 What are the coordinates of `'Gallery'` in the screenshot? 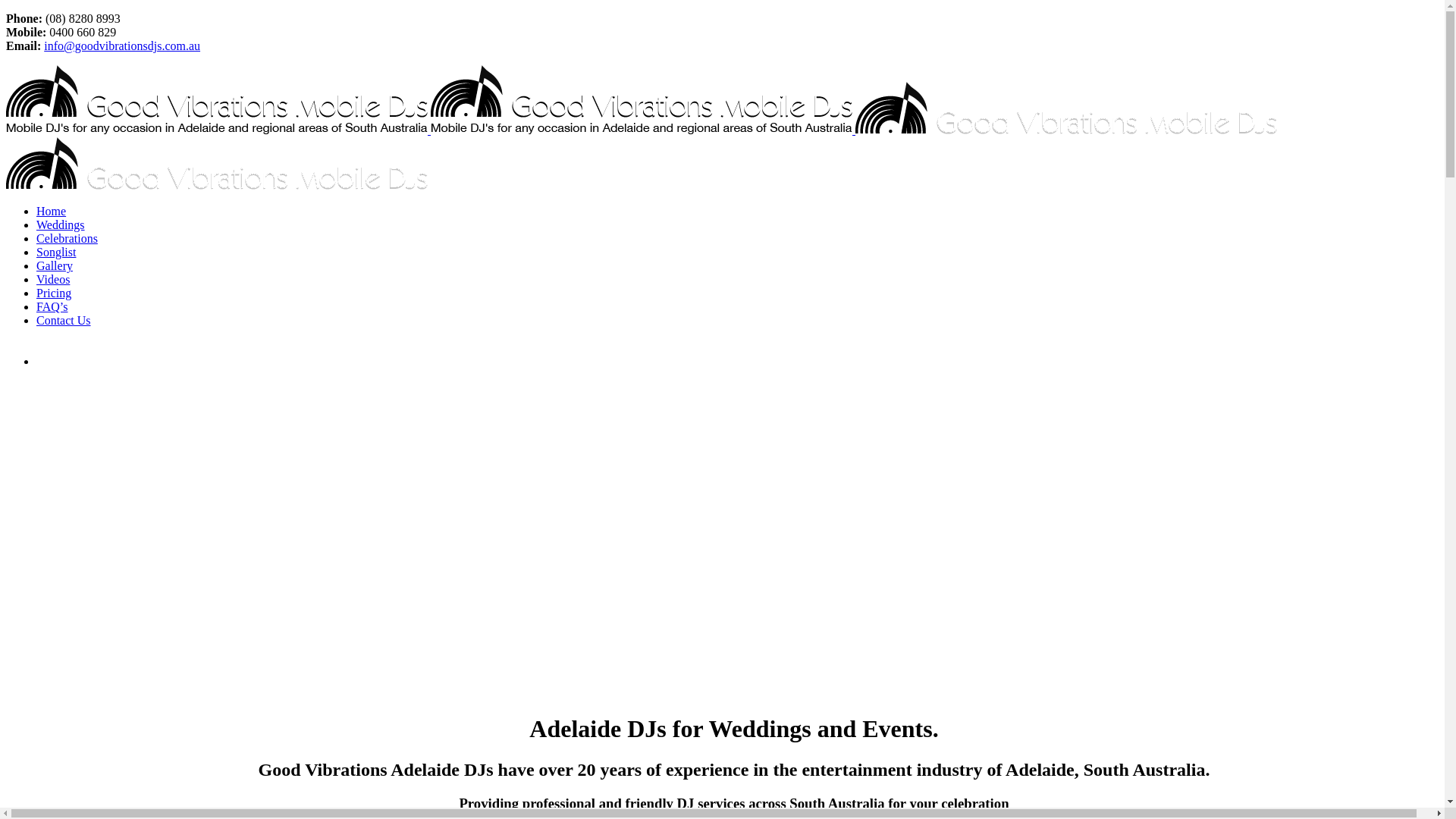 It's located at (55, 265).